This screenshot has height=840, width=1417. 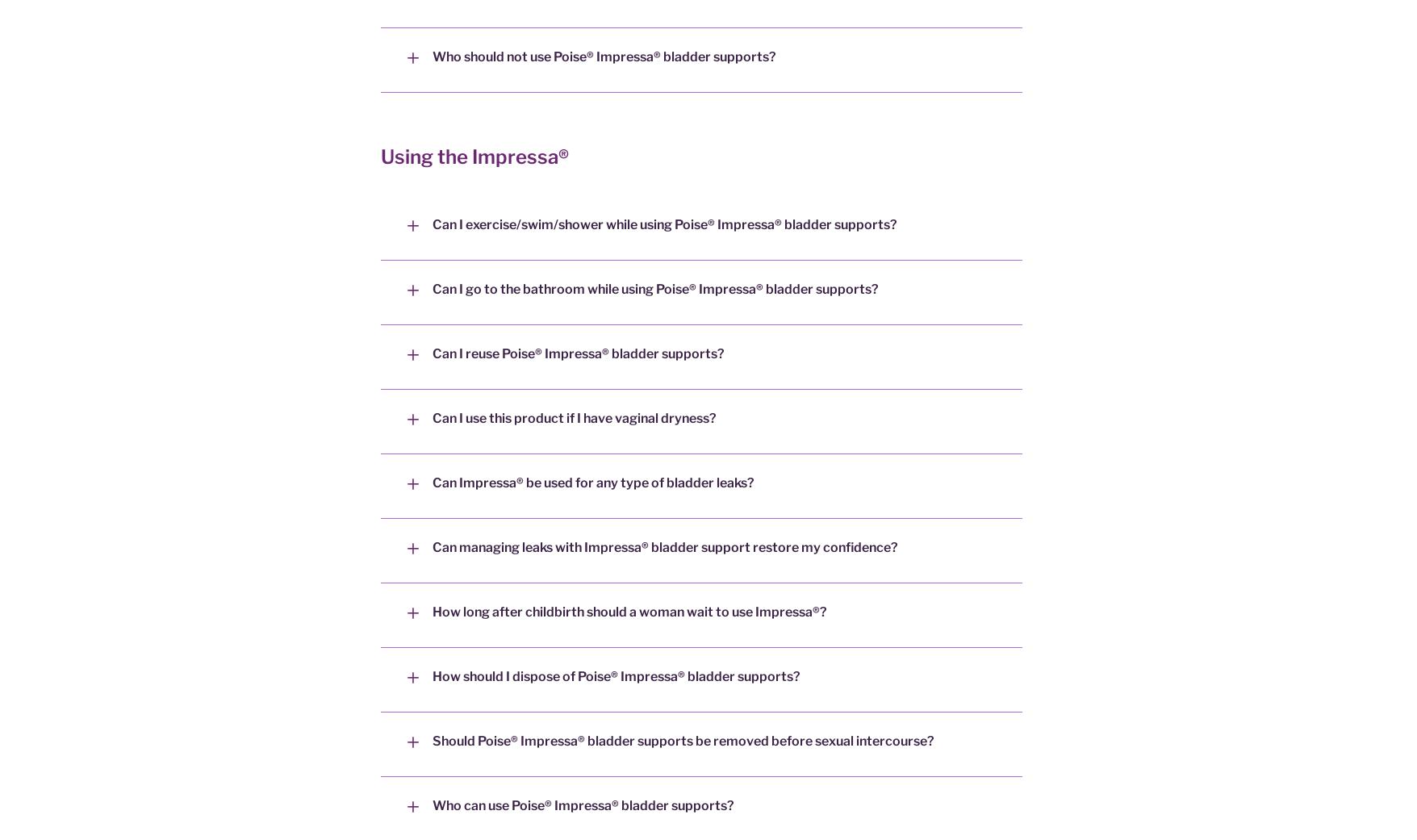 I want to click on 'Who can use Poise® Impressa® bladder supports?', so click(x=432, y=805).